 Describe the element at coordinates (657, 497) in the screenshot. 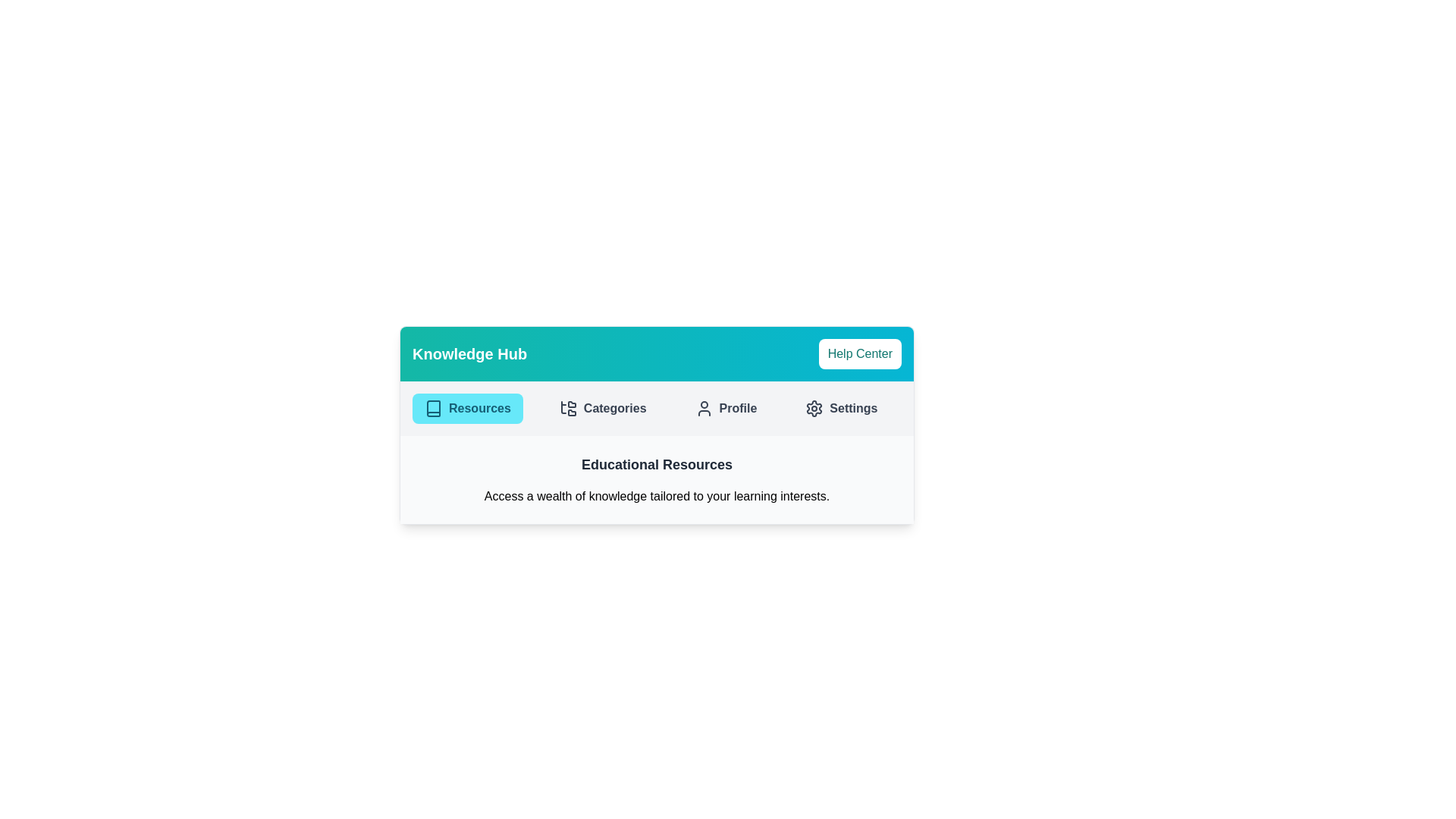

I see `the static text that provides a descriptive overview or subtitle for the 'Educational Resources' section, located below the heading and spanning horizontally across the center of the interface` at that location.